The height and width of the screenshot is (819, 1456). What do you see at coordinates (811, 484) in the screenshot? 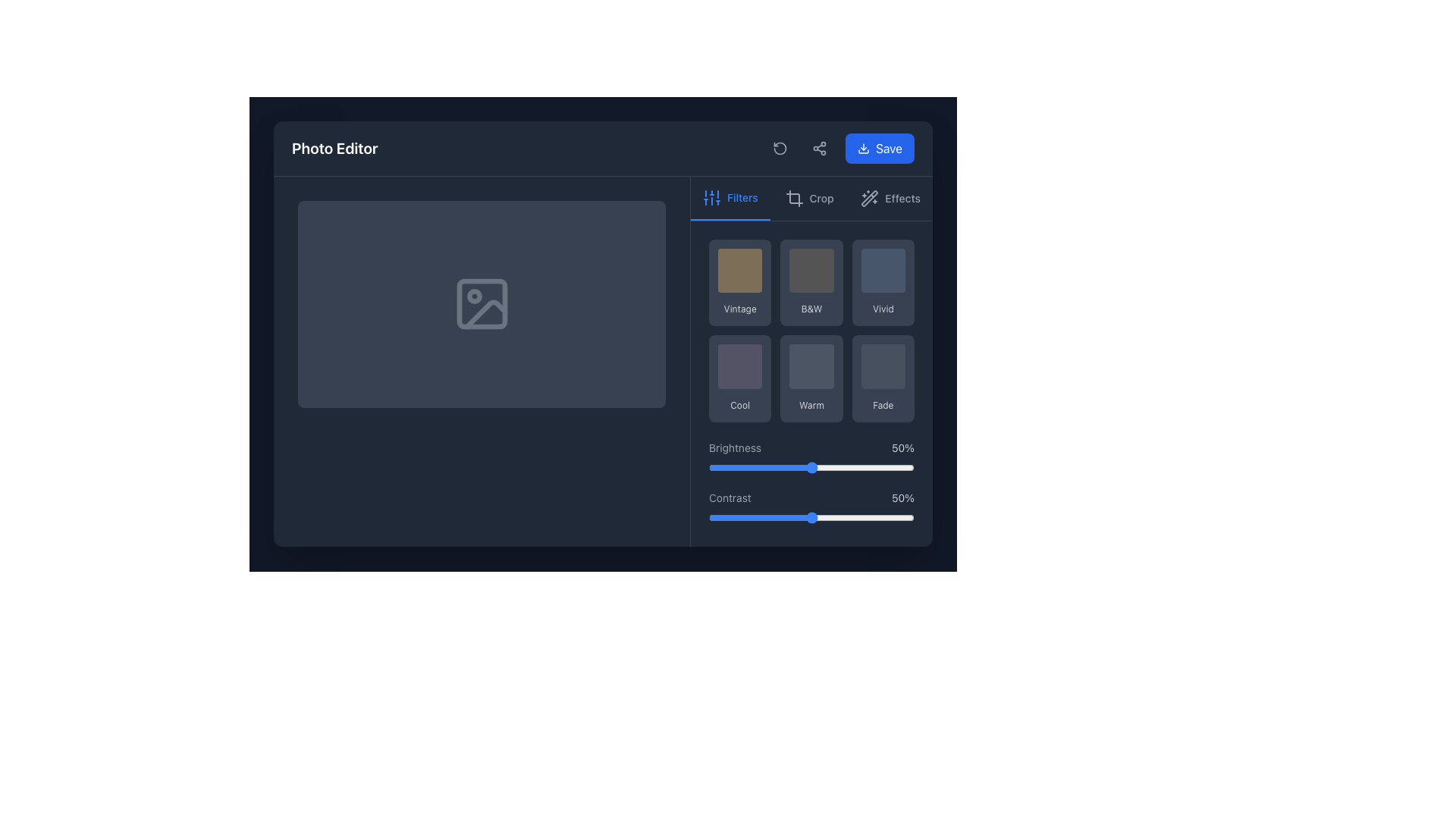
I see `the contrast value indicator of the range sliders` at bounding box center [811, 484].